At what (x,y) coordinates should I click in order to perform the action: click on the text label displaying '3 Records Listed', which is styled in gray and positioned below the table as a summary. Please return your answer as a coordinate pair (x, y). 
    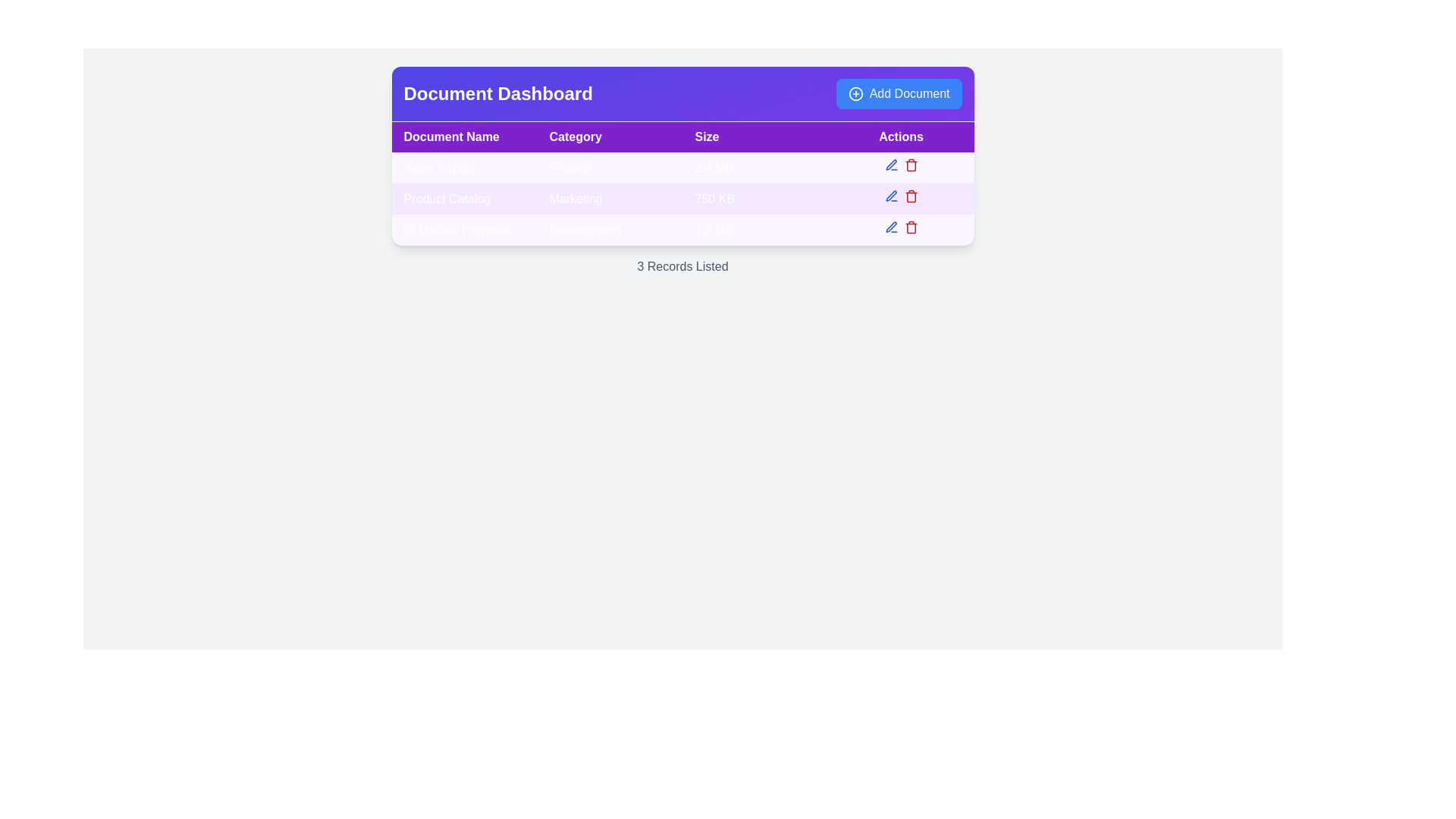
    Looking at the image, I should click on (682, 265).